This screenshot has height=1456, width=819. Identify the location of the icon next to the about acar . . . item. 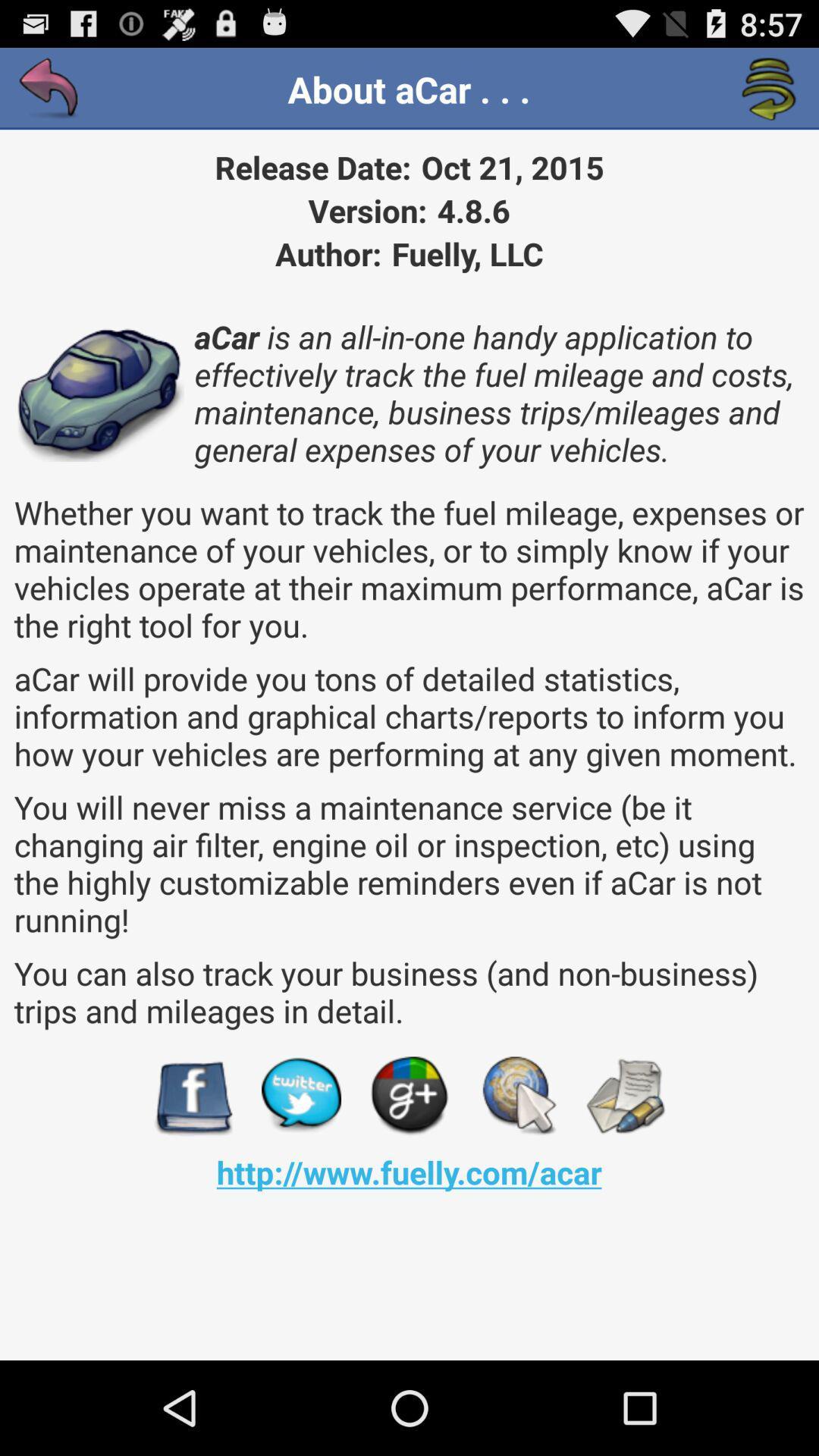
(769, 89).